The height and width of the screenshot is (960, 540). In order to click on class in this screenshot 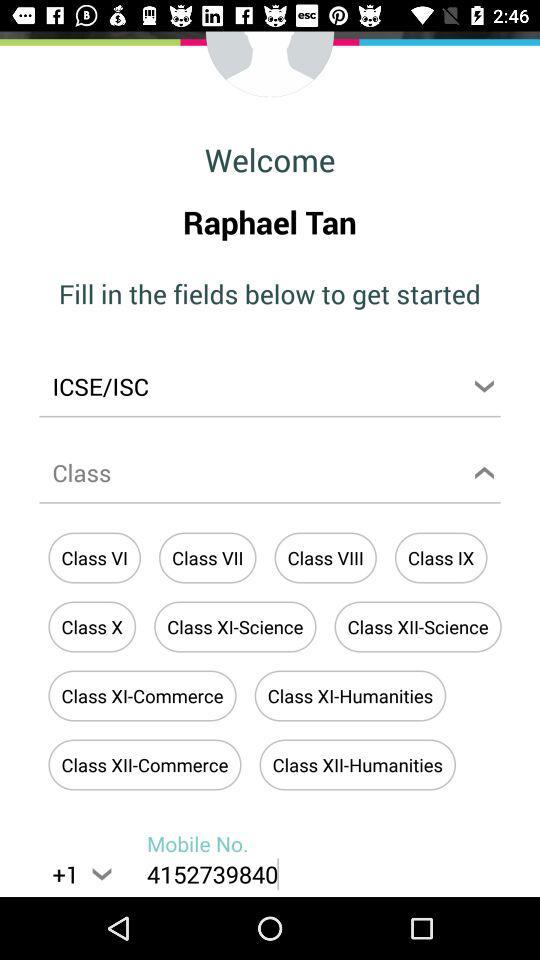, I will do `click(270, 476)`.